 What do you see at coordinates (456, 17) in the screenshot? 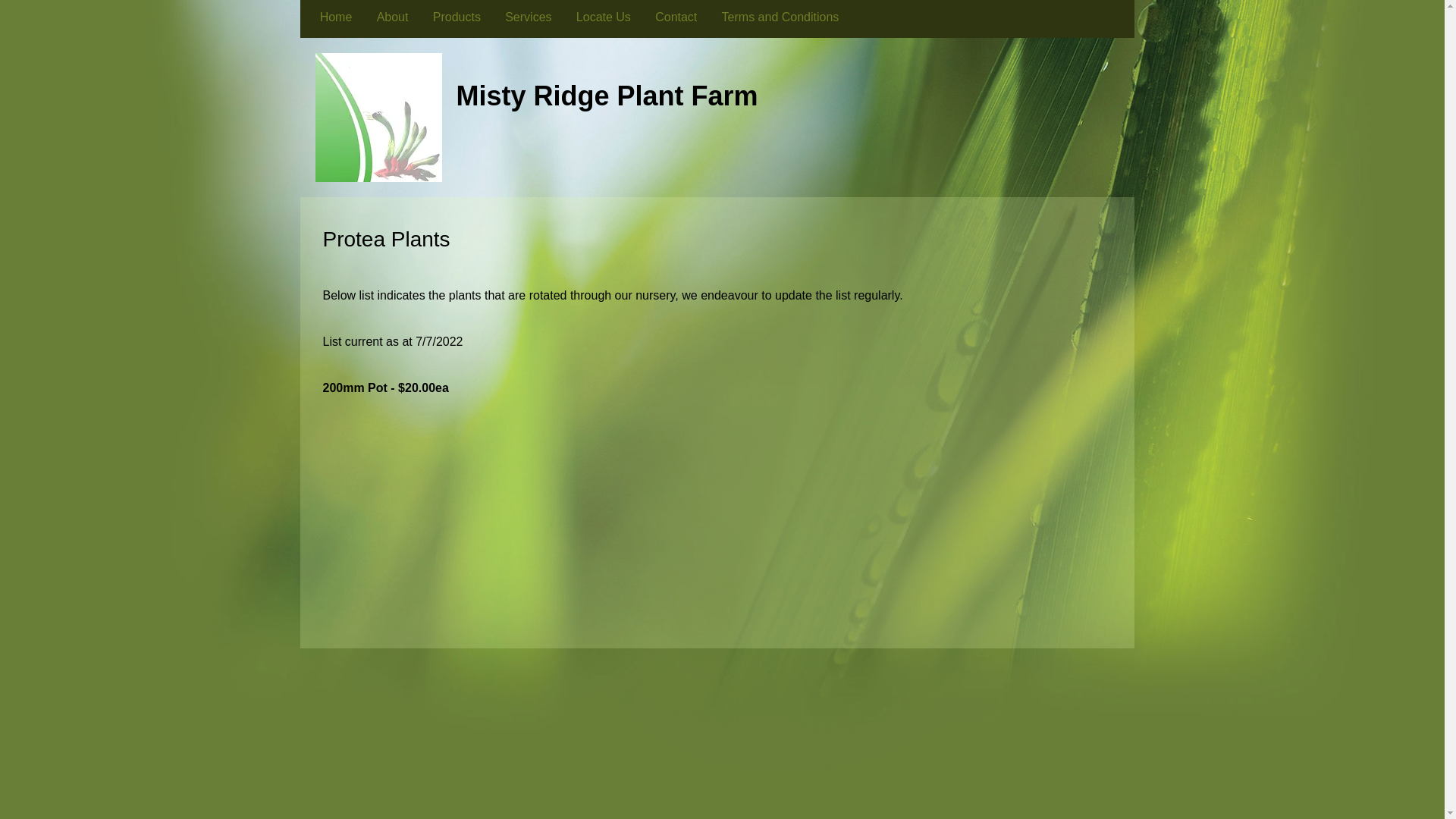
I see `'Products'` at bounding box center [456, 17].